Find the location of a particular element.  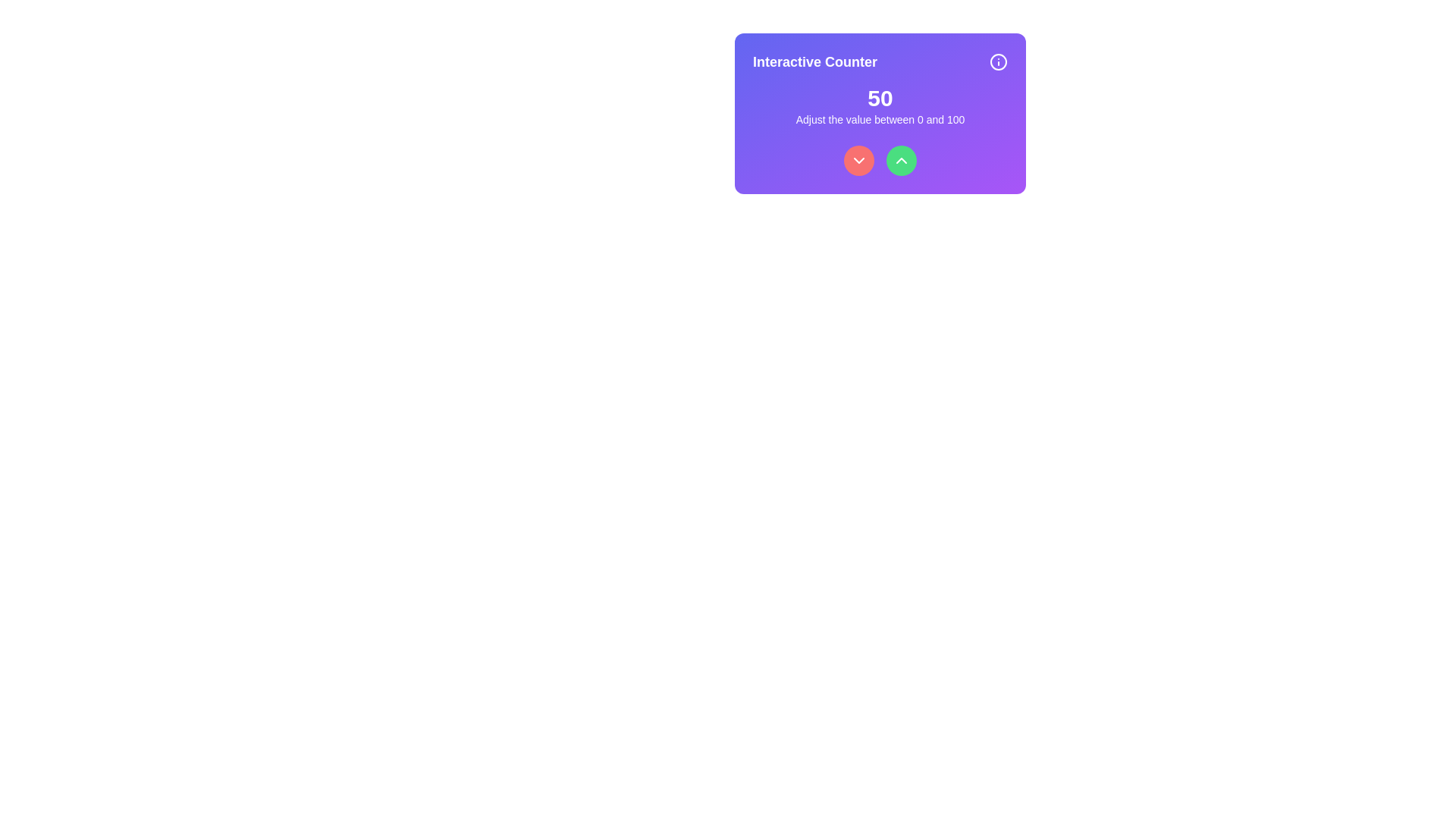

the green circular button containing the upward-pointing chevron icon is located at coordinates (902, 161).